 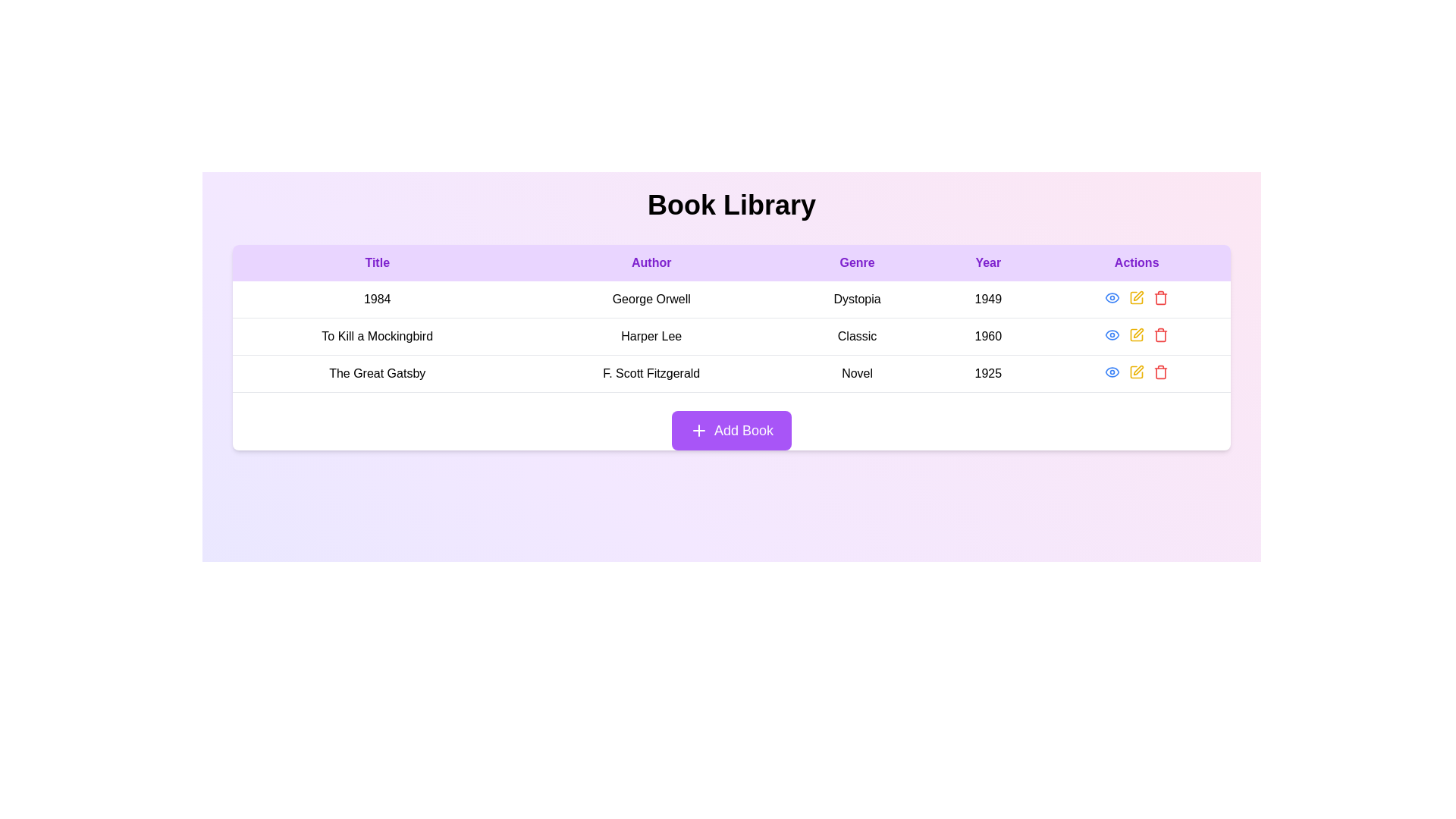 I want to click on the red trash icon in the 'Actions' column, so click(x=1160, y=334).